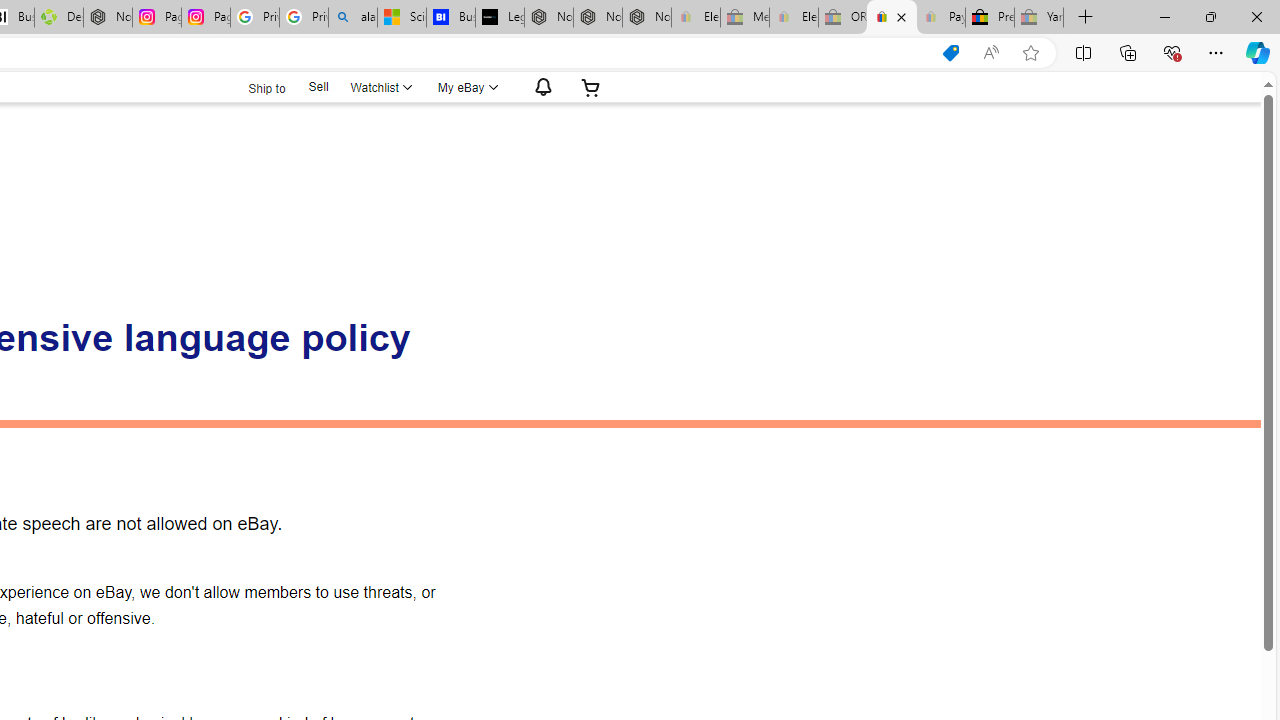 Image resolution: width=1280 pixels, height=720 pixels. What do you see at coordinates (1164, 16) in the screenshot?
I see `'Minimize'` at bounding box center [1164, 16].